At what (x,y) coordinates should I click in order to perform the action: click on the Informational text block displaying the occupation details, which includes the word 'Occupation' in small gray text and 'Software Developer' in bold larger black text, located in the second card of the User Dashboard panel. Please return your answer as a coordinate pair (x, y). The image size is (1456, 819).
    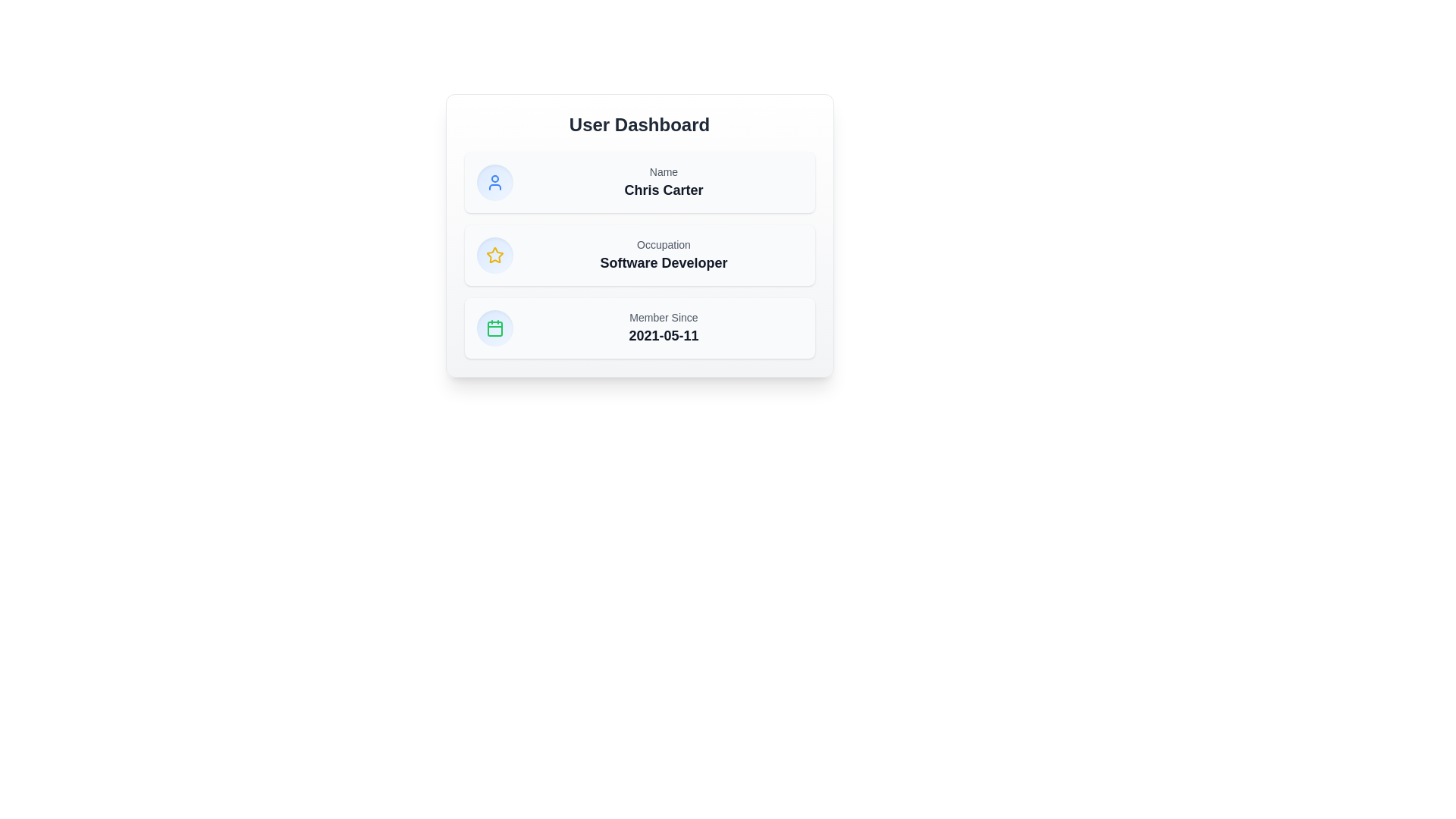
    Looking at the image, I should click on (639, 254).